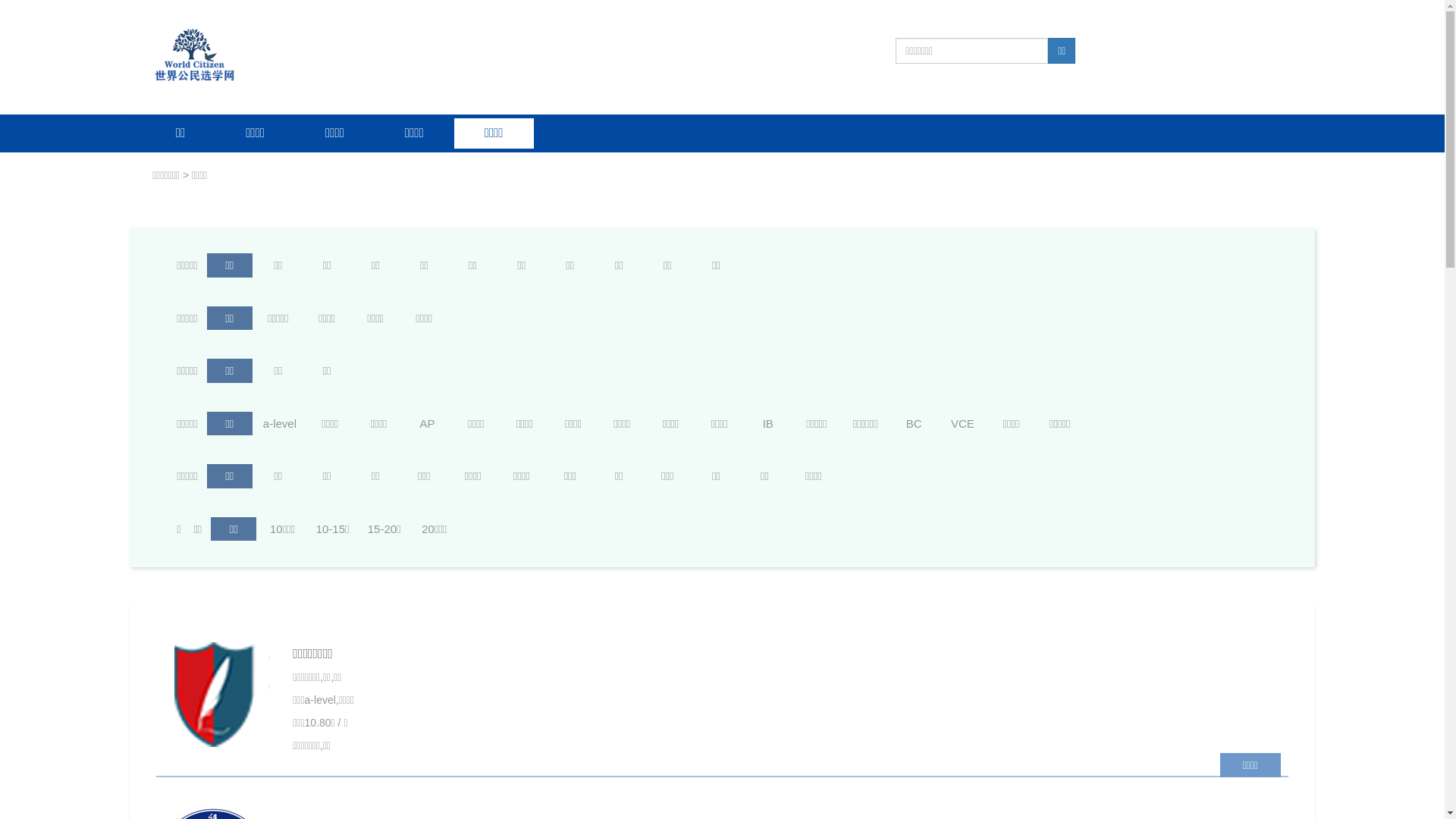  What do you see at coordinates (912, 423) in the screenshot?
I see `'BC'` at bounding box center [912, 423].